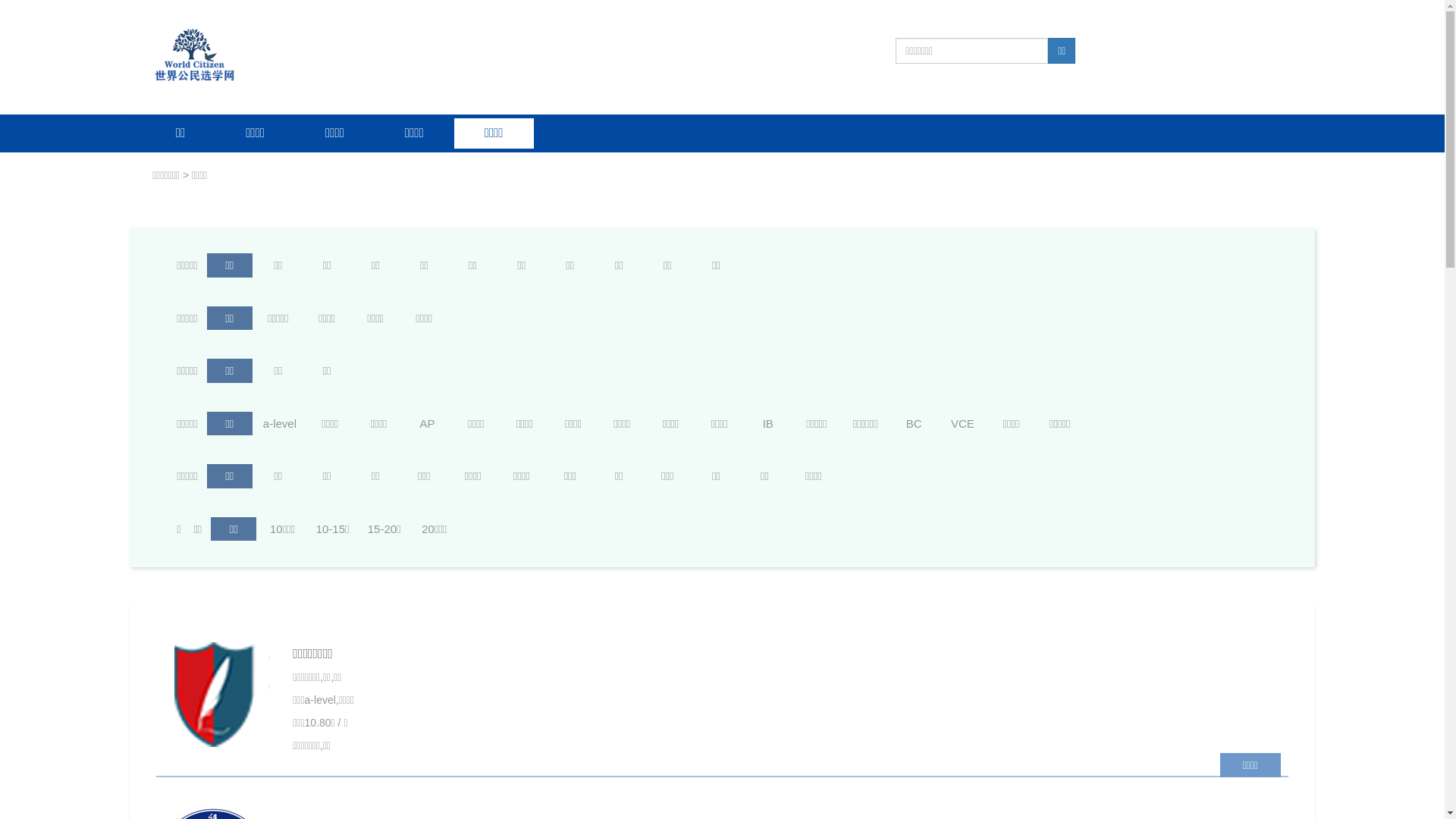  What do you see at coordinates (912, 423) in the screenshot?
I see `'BC'` at bounding box center [912, 423].